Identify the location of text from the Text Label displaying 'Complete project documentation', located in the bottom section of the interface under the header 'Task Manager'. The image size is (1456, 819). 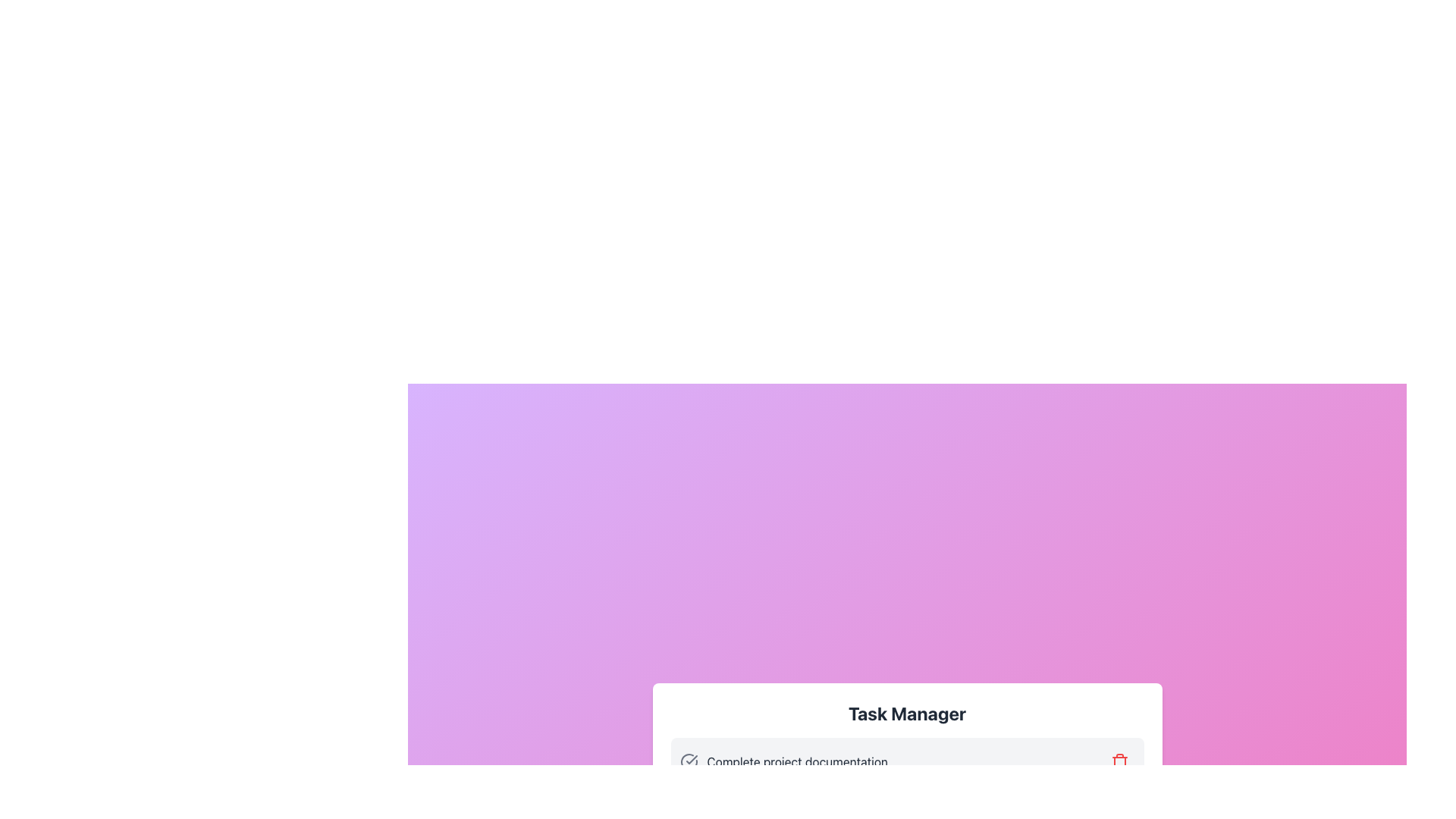
(796, 762).